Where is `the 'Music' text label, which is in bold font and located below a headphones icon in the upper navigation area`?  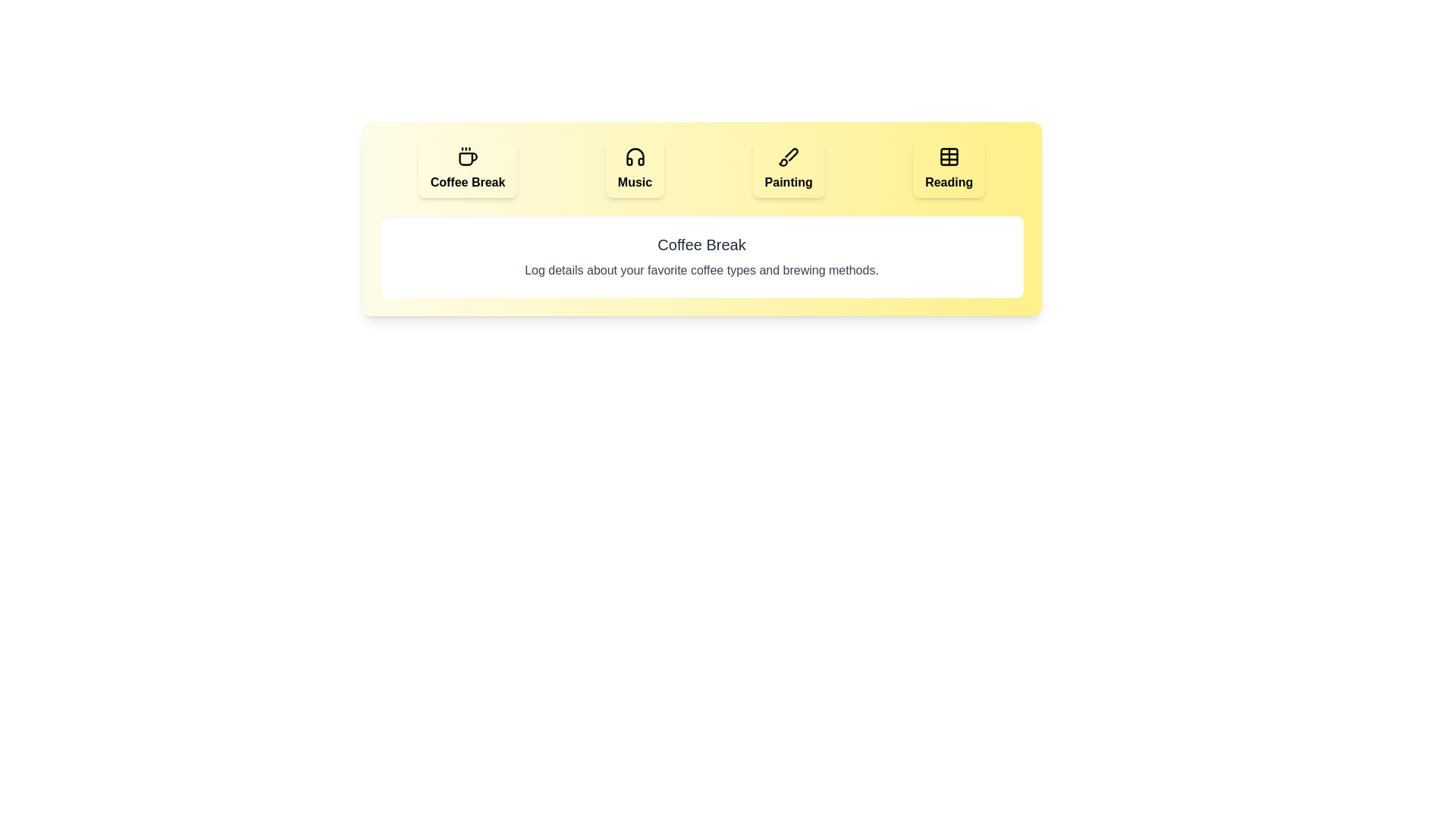 the 'Music' text label, which is in bold font and located below a headphones icon in the upper navigation area is located at coordinates (635, 181).